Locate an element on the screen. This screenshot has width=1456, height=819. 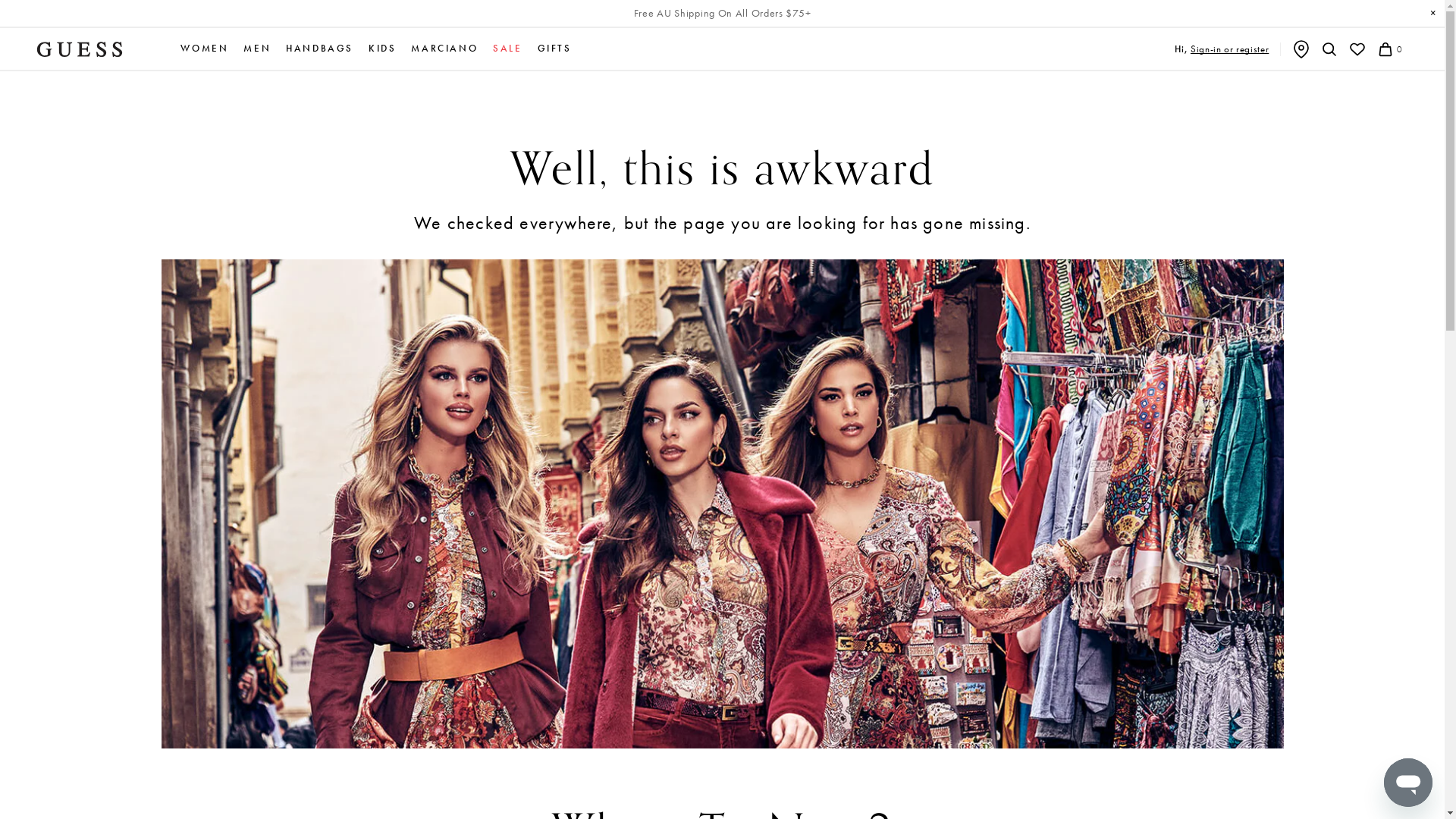
'WOMEN' is located at coordinates (203, 48).